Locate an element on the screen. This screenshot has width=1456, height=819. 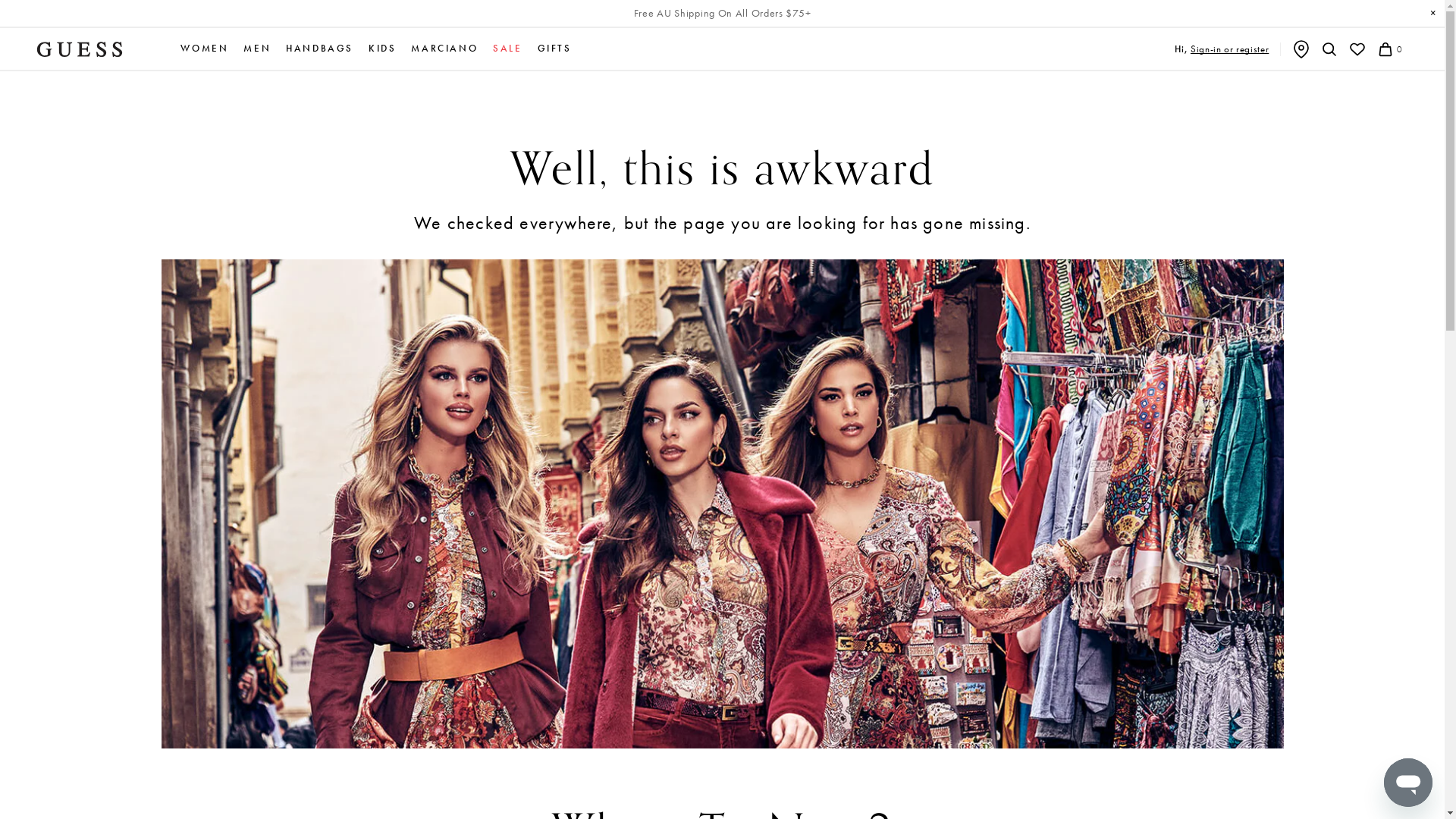
'WOMEN' is located at coordinates (203, 48).